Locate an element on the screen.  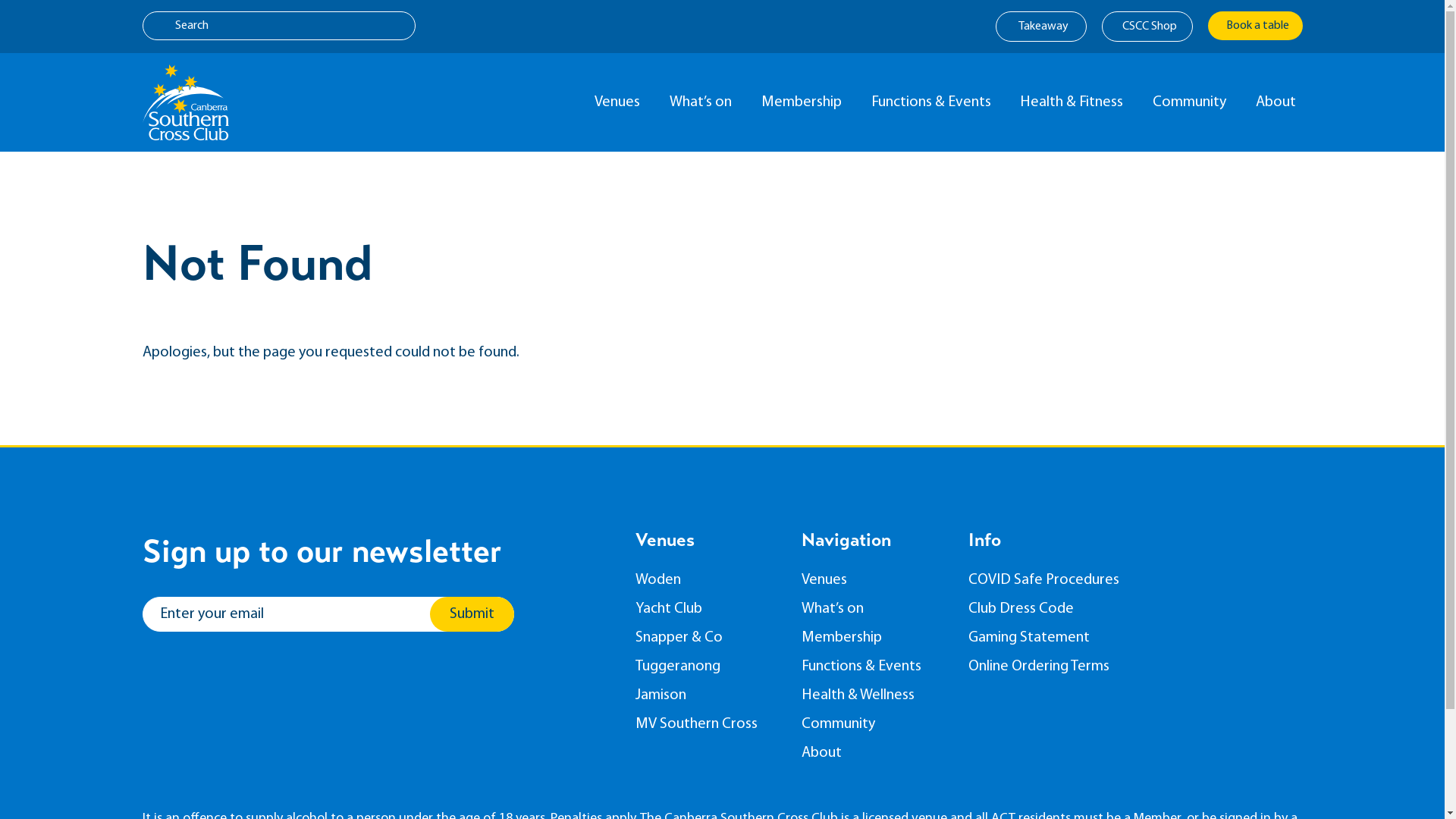
'About' is located at coordinates (800, 752).